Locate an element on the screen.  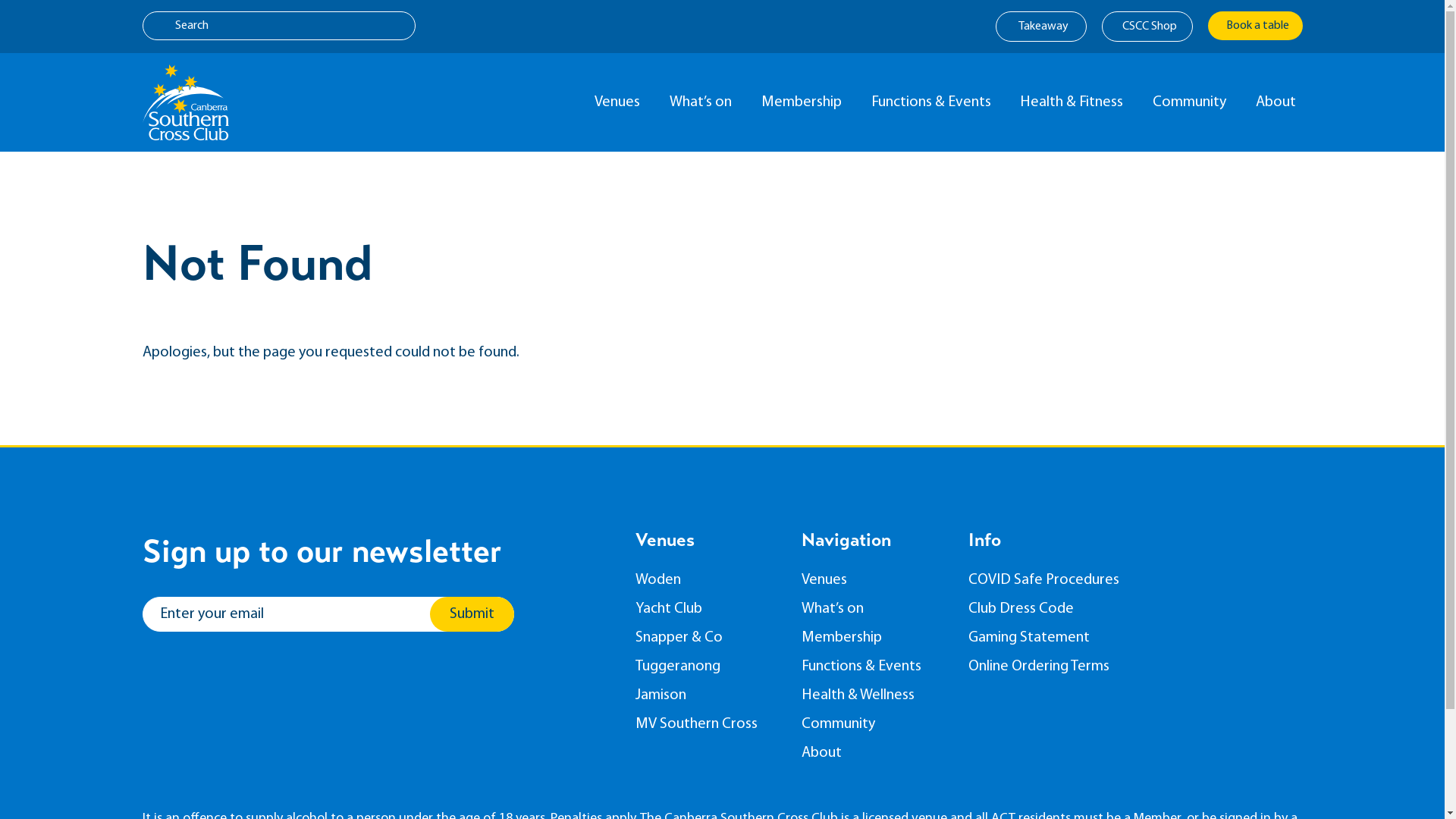
'About' is located at coordinates (800, 752).